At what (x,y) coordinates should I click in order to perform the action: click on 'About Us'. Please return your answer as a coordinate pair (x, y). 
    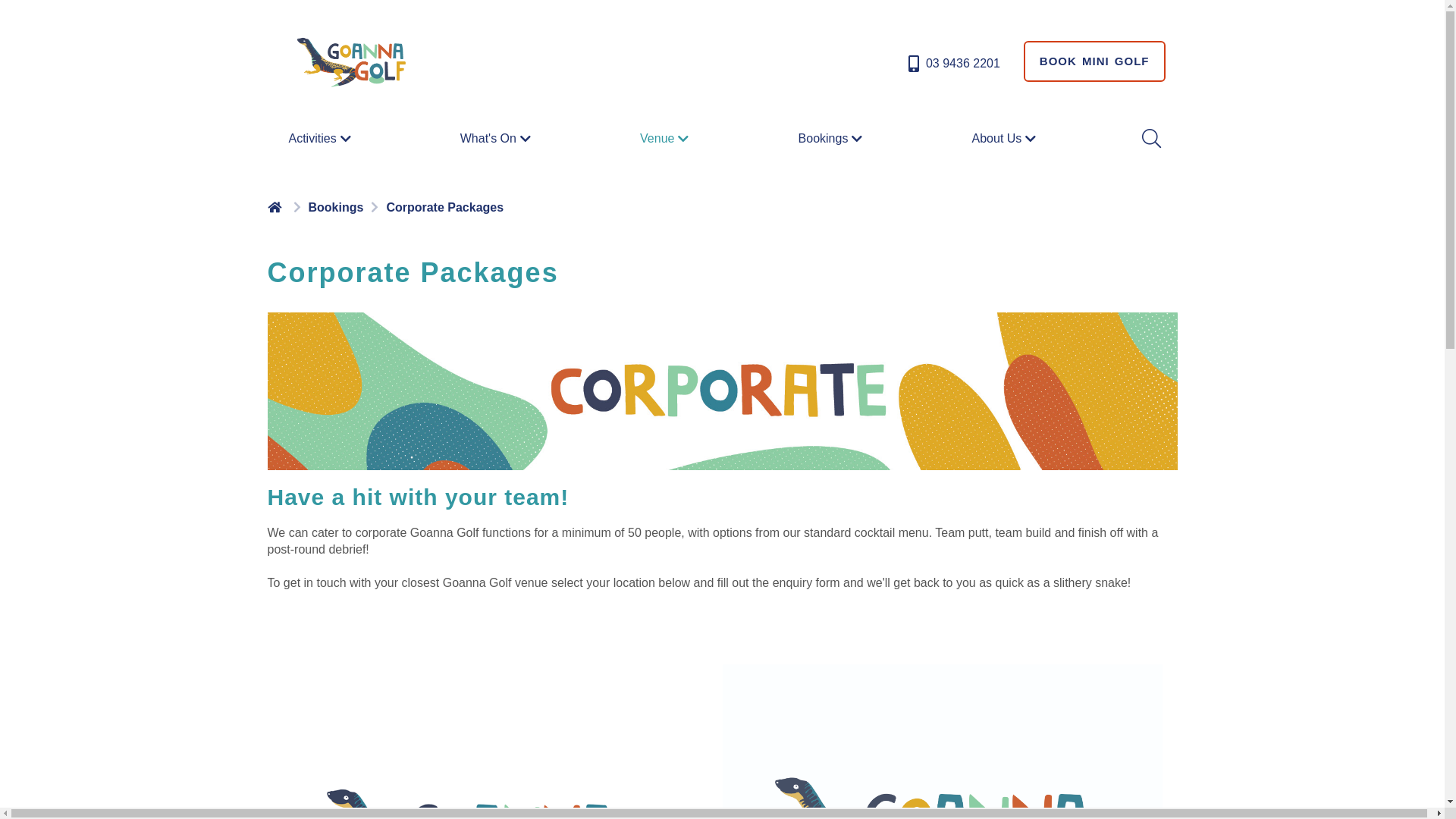
    Looking at the image, I should click on (1006, 137).